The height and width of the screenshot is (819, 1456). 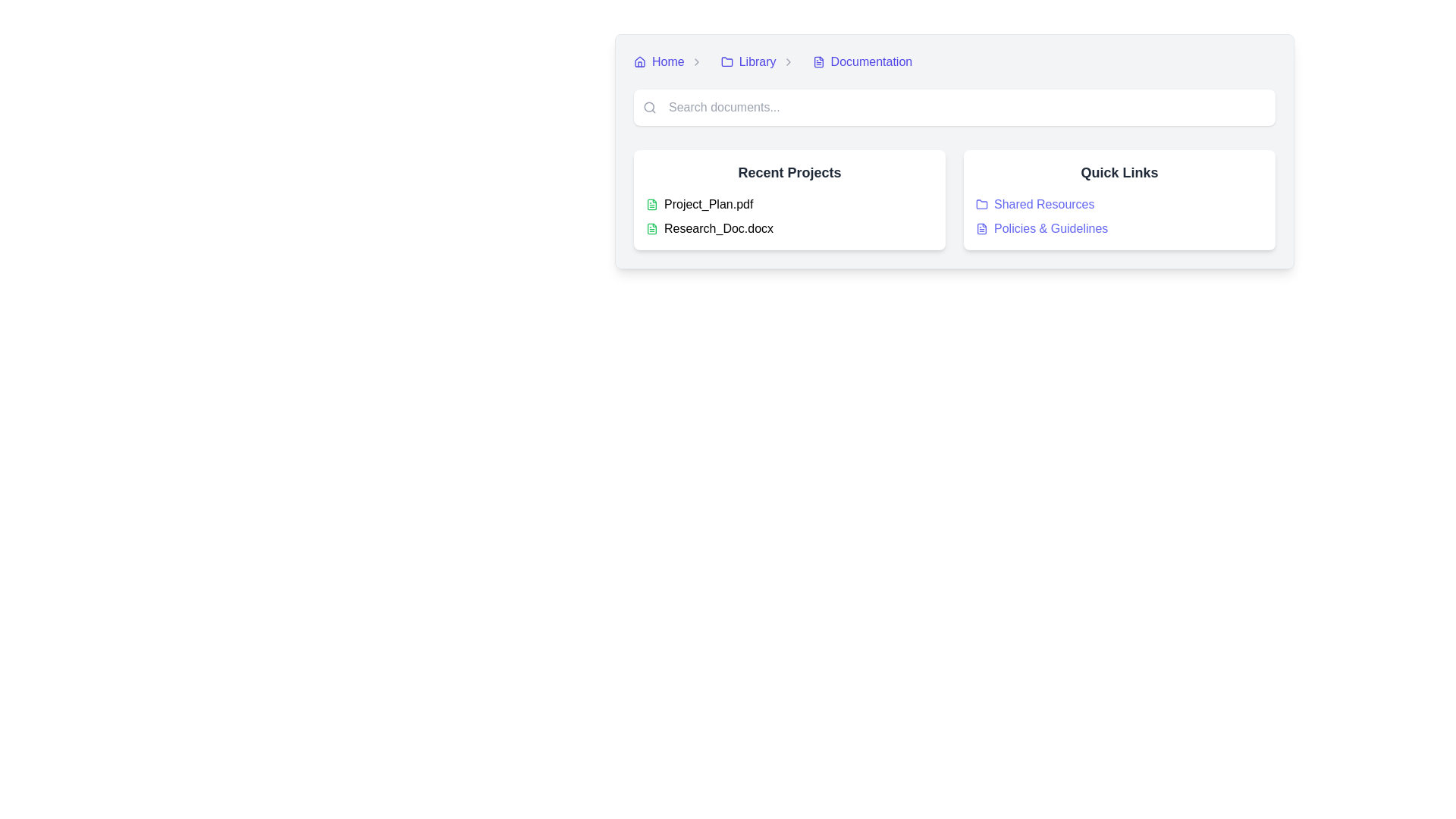 What do you see at coordinates (1119, 171) in the screenshot?
I see `the 'Quick Links' text label, which is styled in bold and large dark gray font and positioned above the links 'Shared Resources' and 'Policies & Guidelines'` at bounding box center [1119, 171].